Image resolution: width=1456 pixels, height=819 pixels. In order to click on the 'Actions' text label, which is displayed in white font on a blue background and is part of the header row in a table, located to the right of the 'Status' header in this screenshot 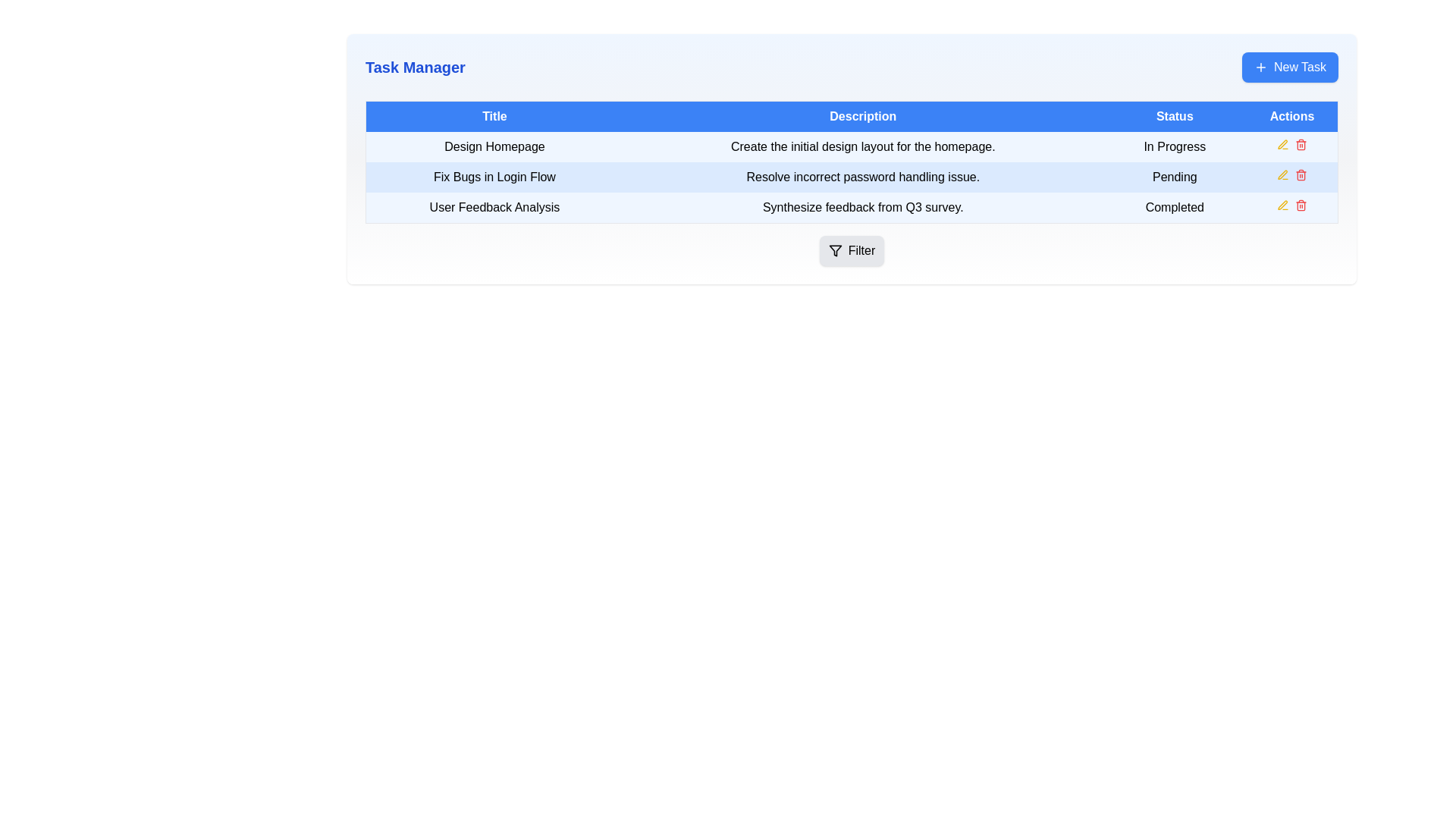, I will do `click(1291, 115)`.